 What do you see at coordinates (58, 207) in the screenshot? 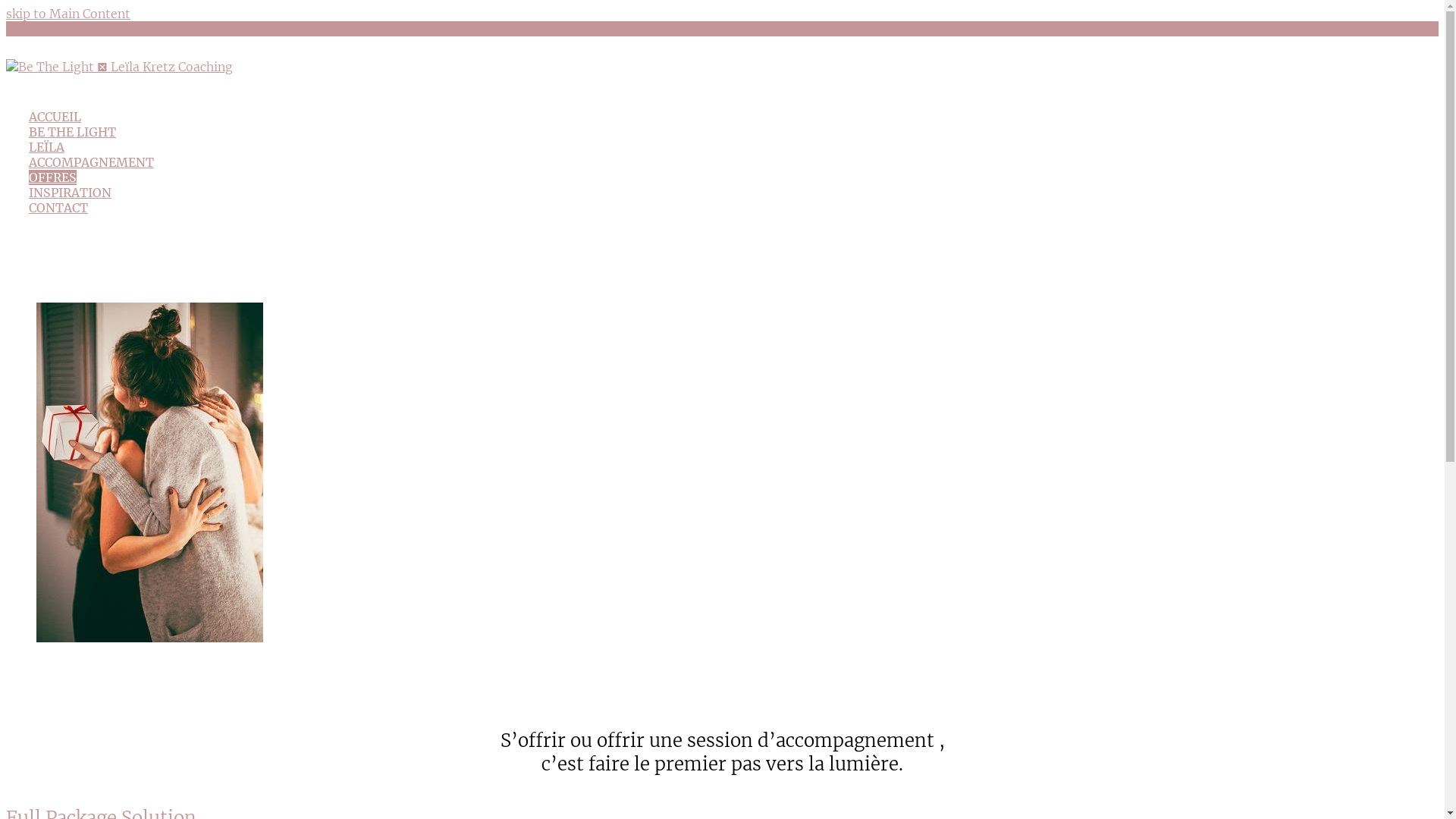
I see `'CONTACT'` at bounding box center [58, 207].